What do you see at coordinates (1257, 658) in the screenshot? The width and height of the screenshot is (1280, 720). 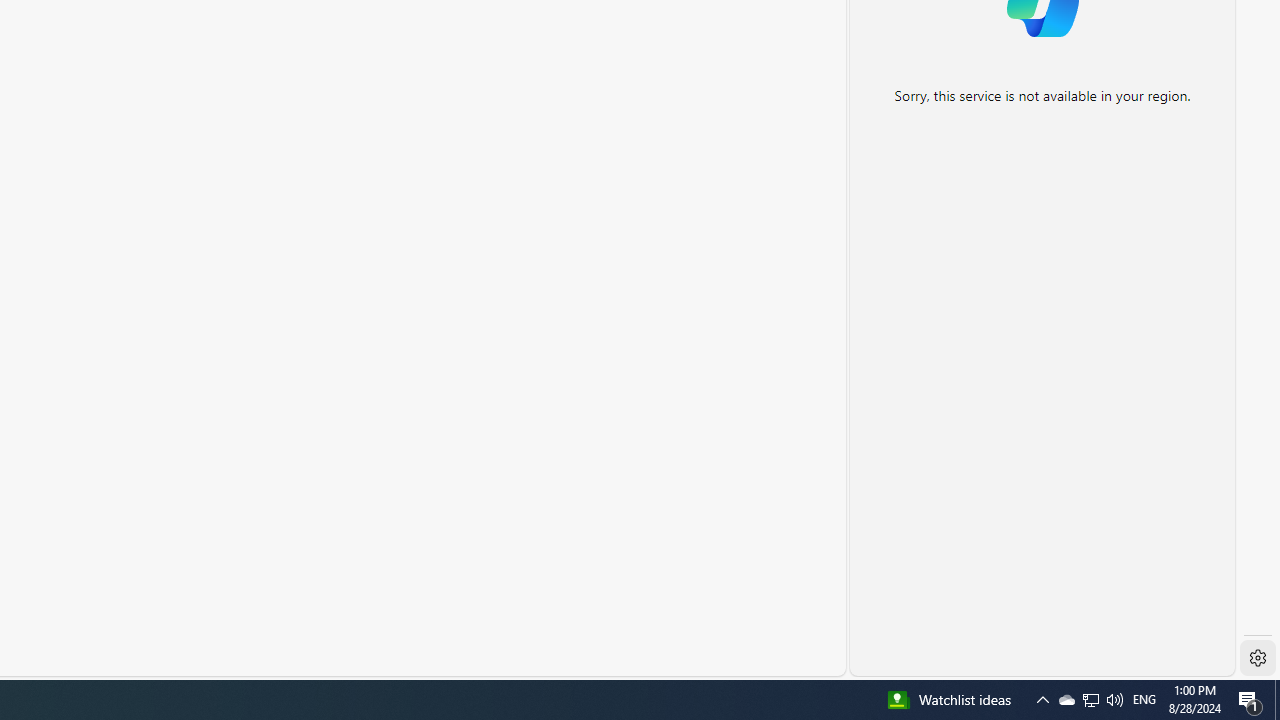 I see `'Settings'` at bounding box center [1257, 658].